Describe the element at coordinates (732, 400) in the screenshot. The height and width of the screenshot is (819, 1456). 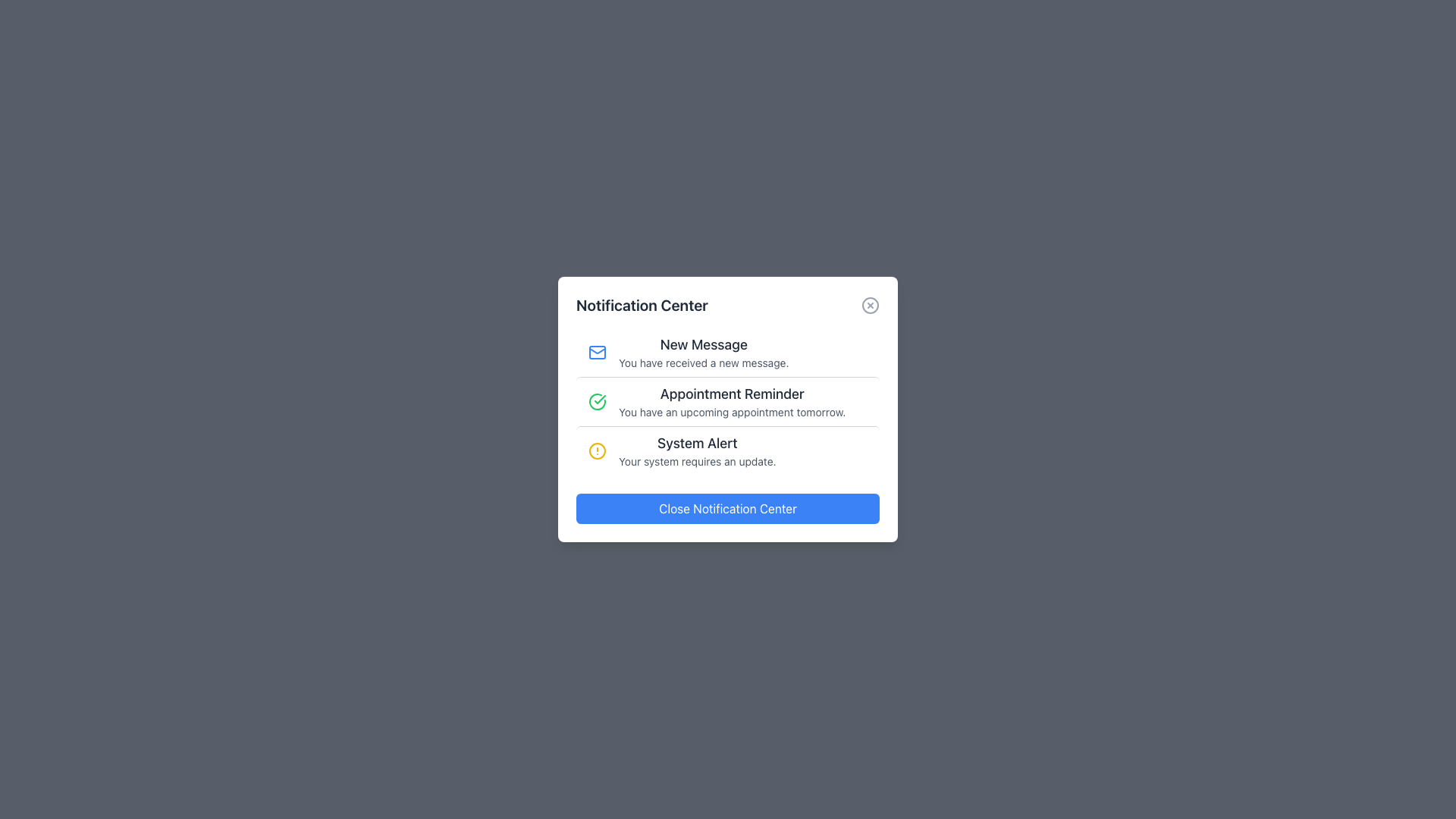
I see `the second notification in the Notification Center, which serves as a reminder for an upcoming appointment scheduled for tomorrow` at that location.